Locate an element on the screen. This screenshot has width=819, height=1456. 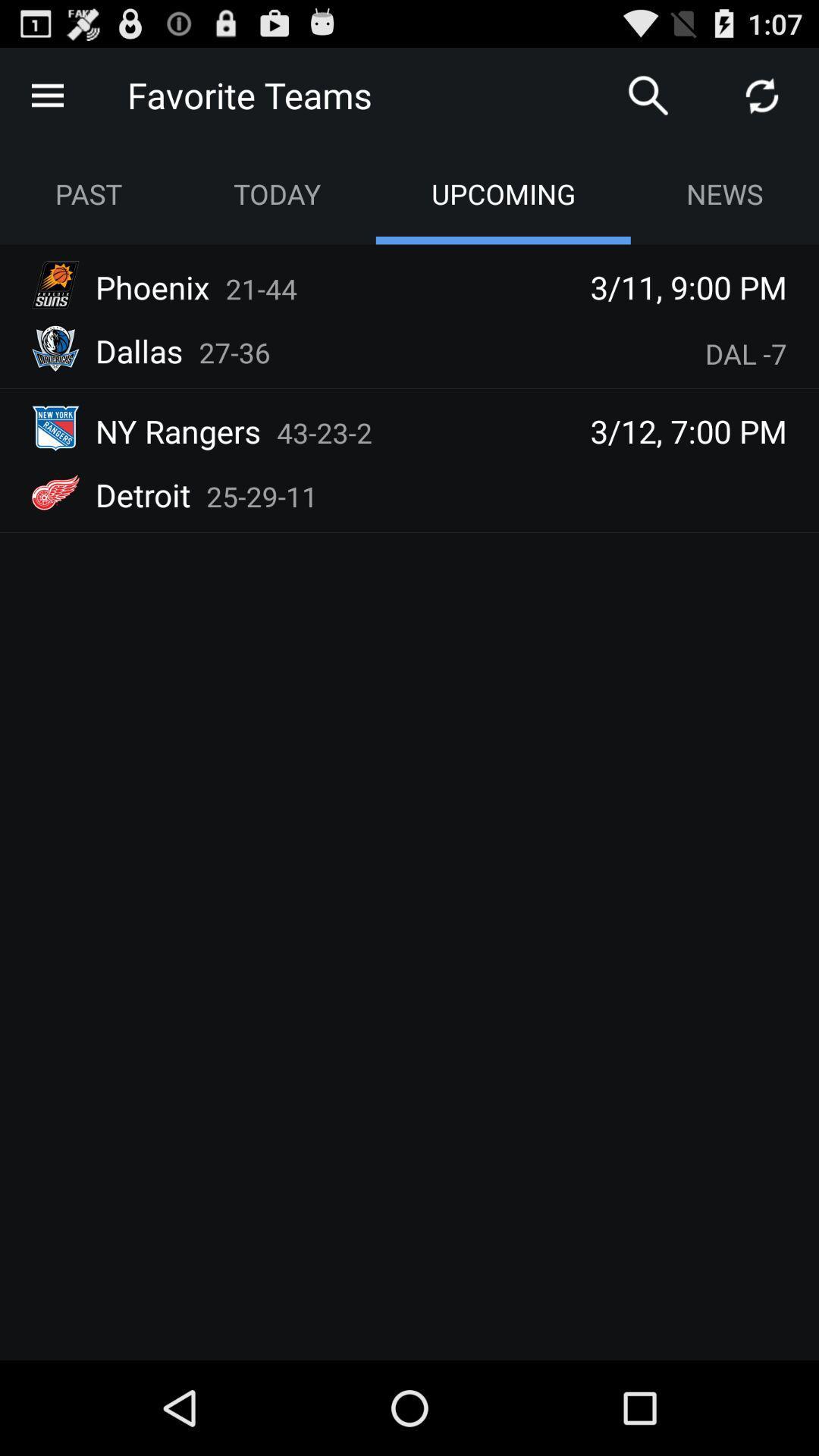
item below the ny rangers app is located at coordinates (261, 496).